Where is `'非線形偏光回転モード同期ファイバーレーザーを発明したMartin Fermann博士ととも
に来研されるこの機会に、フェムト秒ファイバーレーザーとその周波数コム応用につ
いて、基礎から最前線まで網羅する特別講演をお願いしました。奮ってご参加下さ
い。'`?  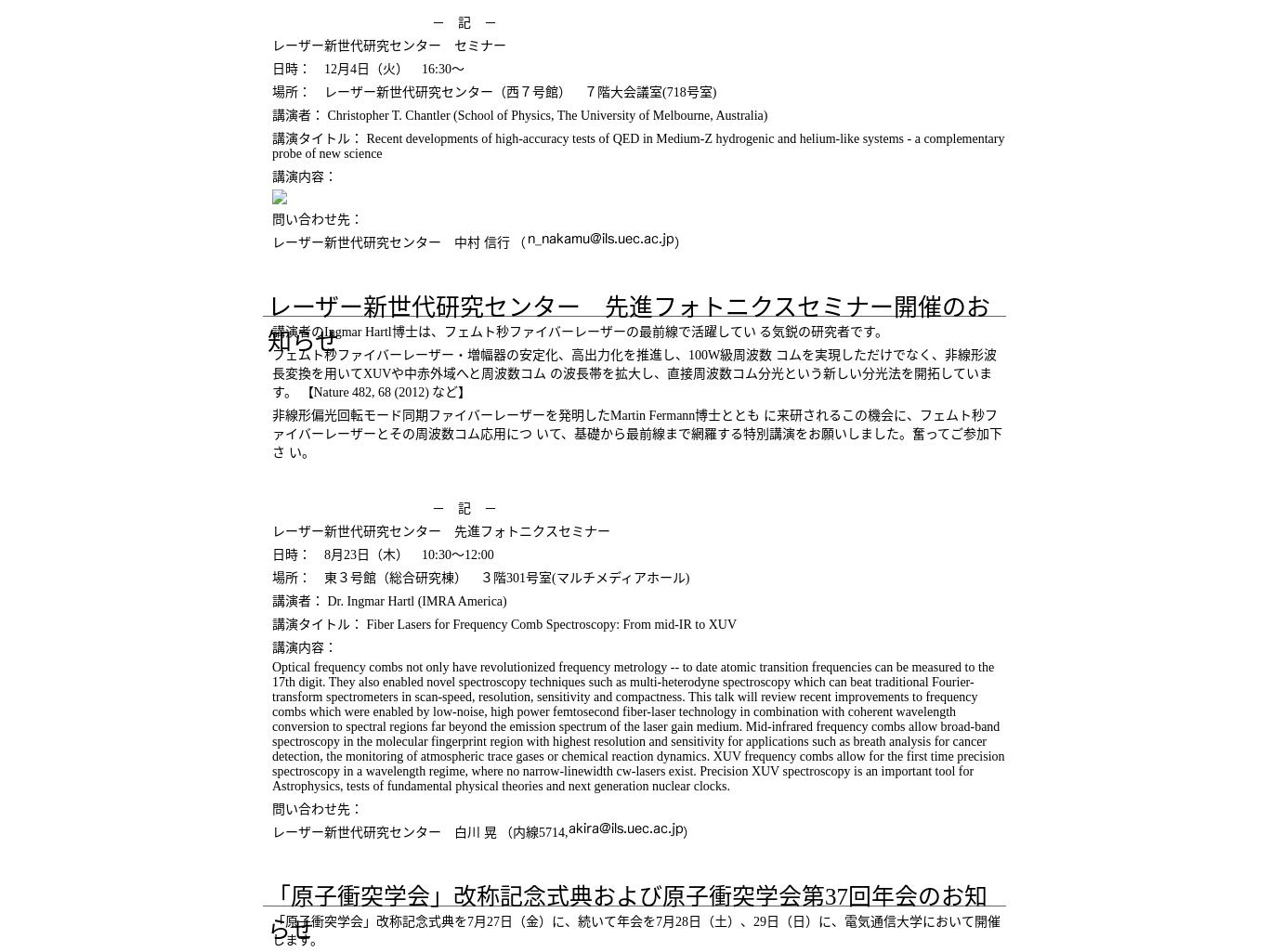
'非線形偏光回転モード同期ファイバーレーザーを発明したMartin Fermann博士ととも
に来研されるこの機会に、フェムト秒ファイバーレーザーとその周波数コム応用につ
いて、基礎から最前線まで網羅する特別講演をお願いしました。奮ってご参加下さ
い。' is located at coordinates (636, 434).